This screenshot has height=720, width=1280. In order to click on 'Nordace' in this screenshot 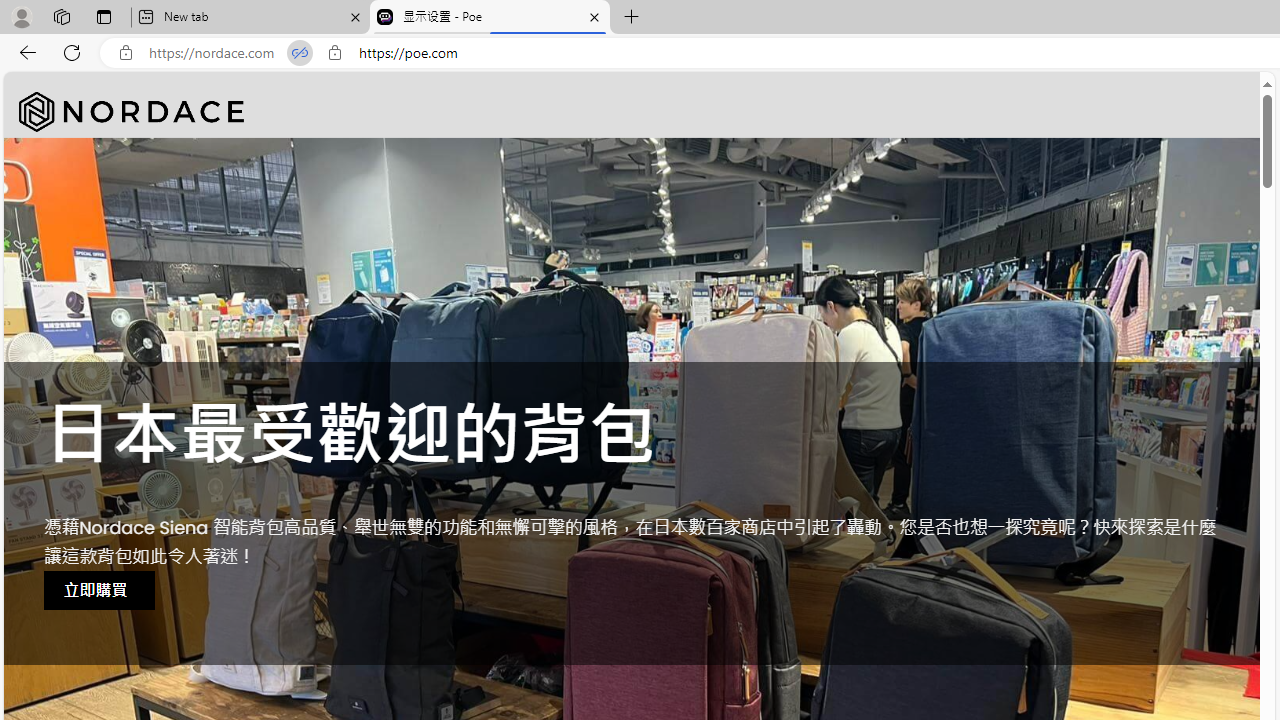, I will do `click(130, 111)`.